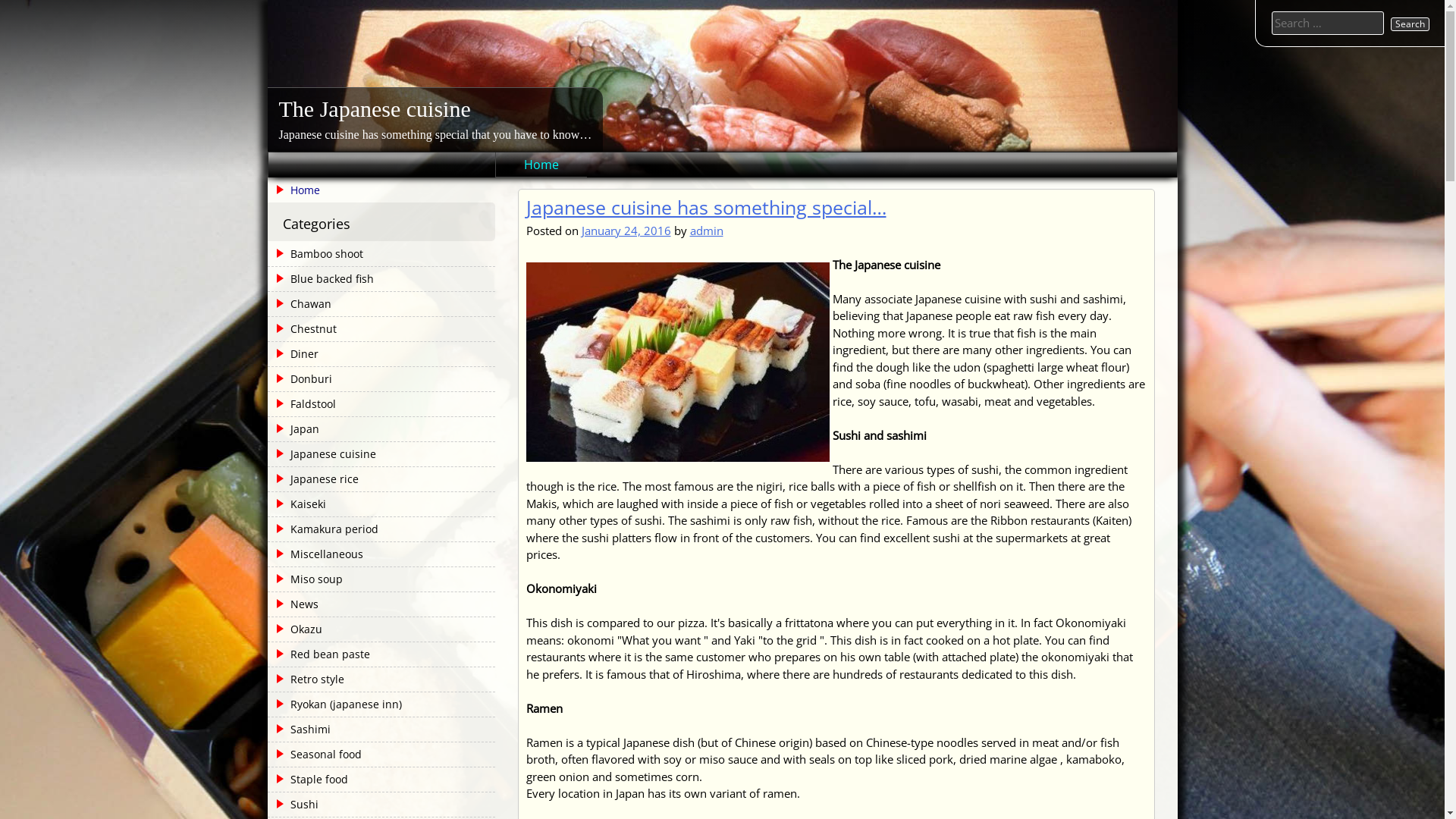  Describe the element at coordinates (294, 353) in the screenshot. I see `'Diner'` at that location.